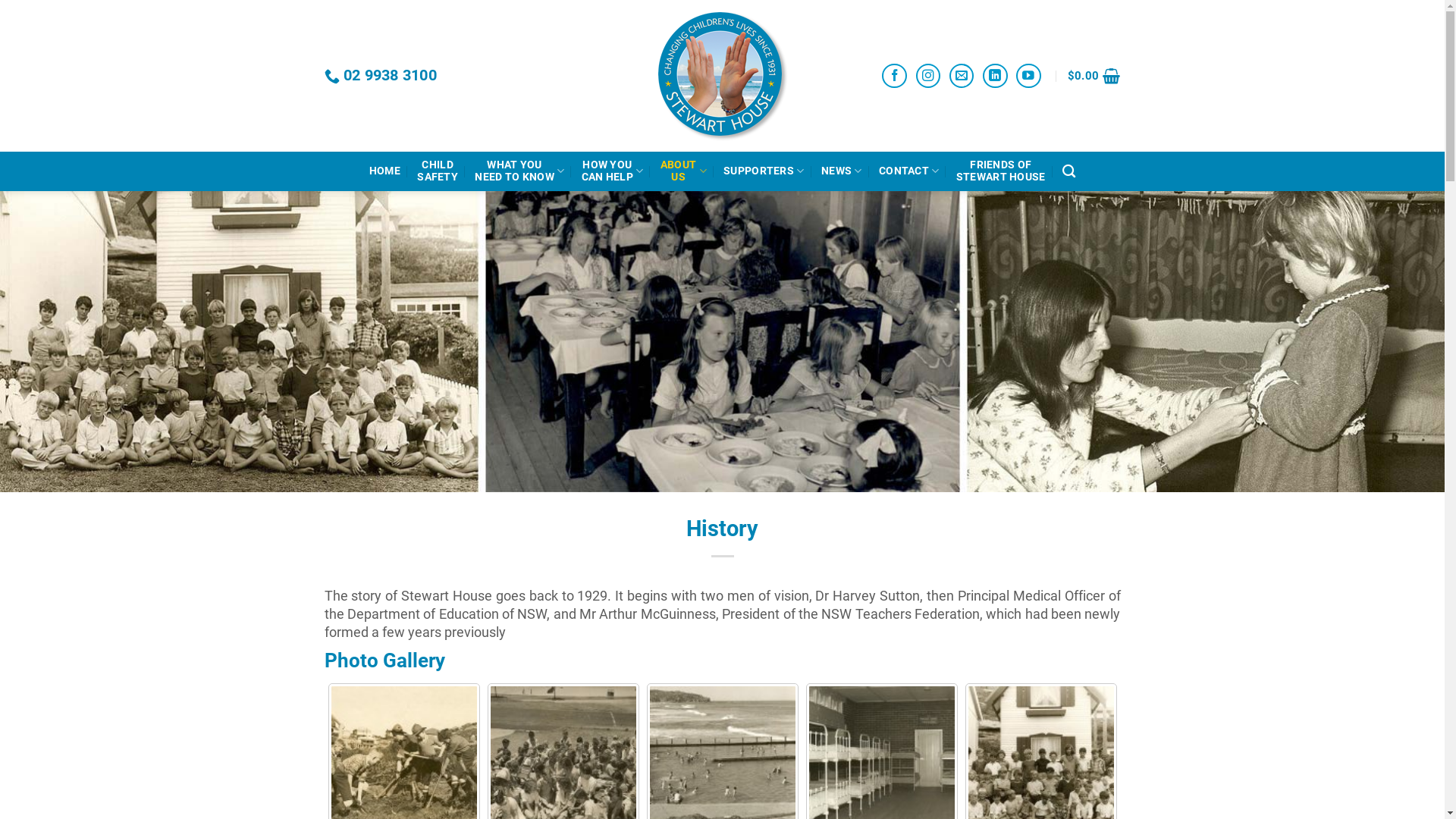 The width and height of the screenshot is (1456, 819). Describe the element at coordinates (821, 171) in the screenshot. I see `'NEWS'` at that location.